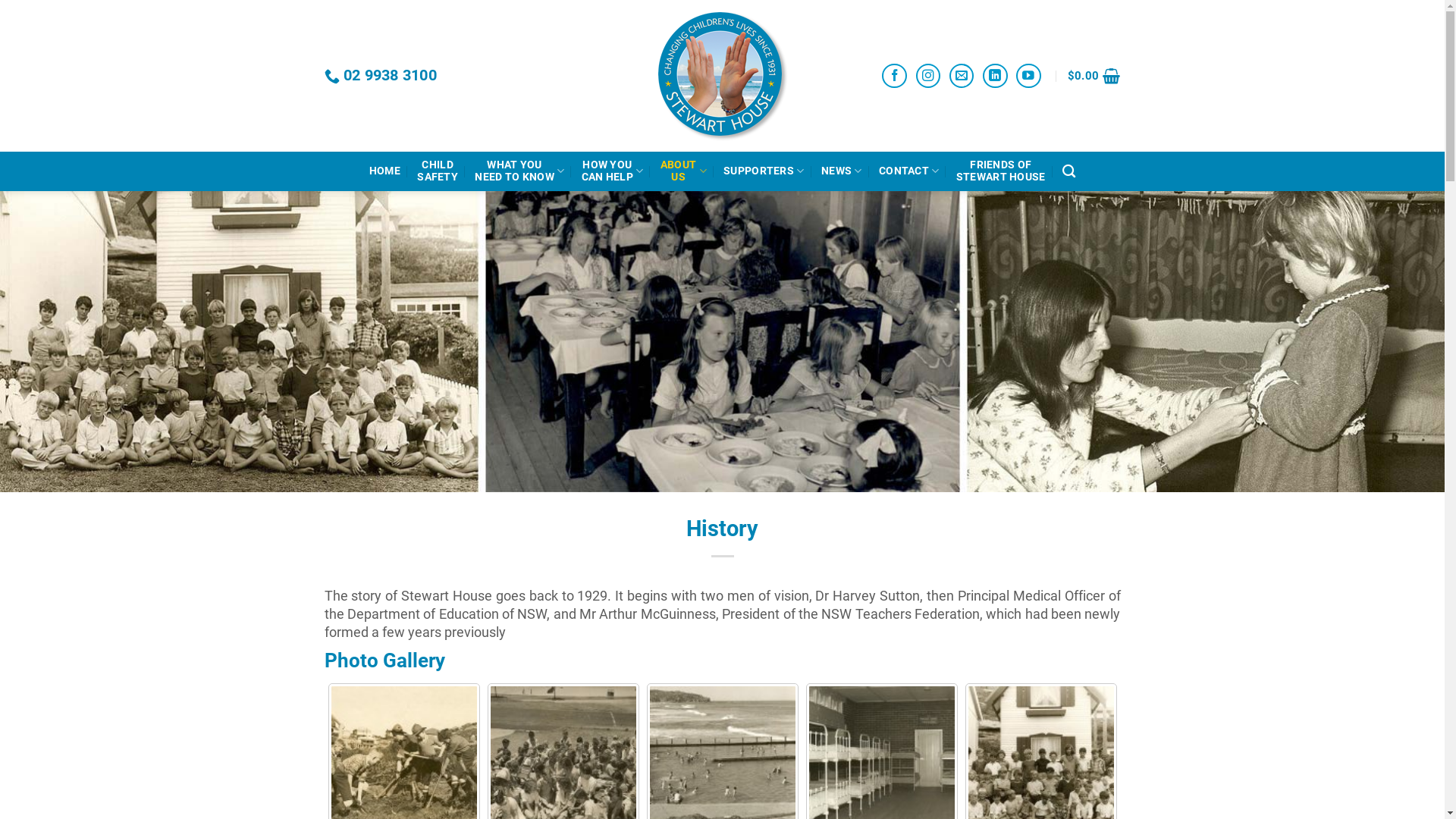 The width and height of the screenshot is (1456, 819). Describe the element at coordinates (821, 171) in the screenshot. I see `'NEWS'` at that location.